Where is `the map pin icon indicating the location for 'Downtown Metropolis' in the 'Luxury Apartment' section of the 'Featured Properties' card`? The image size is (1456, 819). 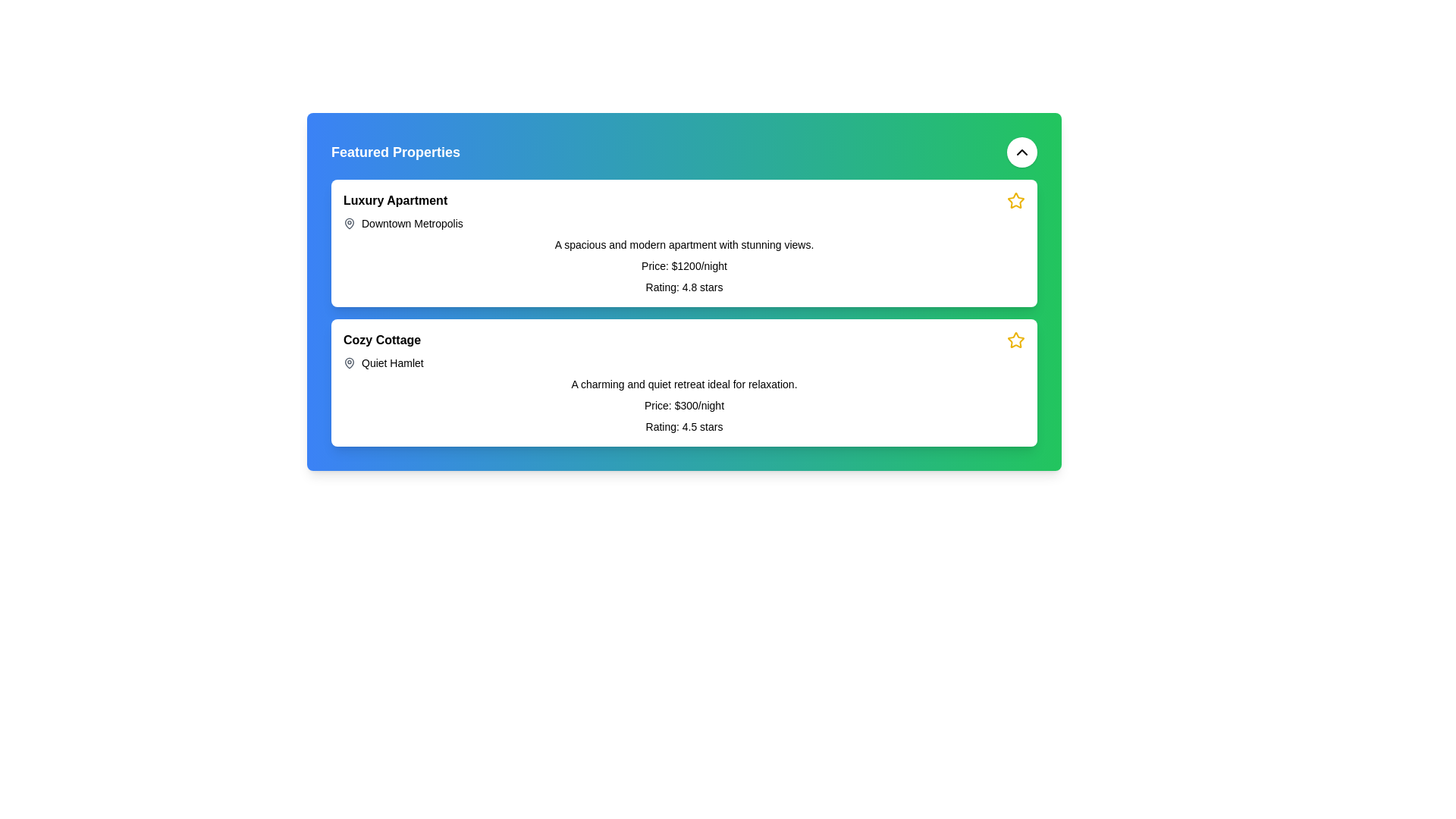 the map pin icon indicating the location for 'Downtown Metropolis' in the 'Luxury Apartment' section of the 'Featured Properties' card is located at coordinates (348, 223).